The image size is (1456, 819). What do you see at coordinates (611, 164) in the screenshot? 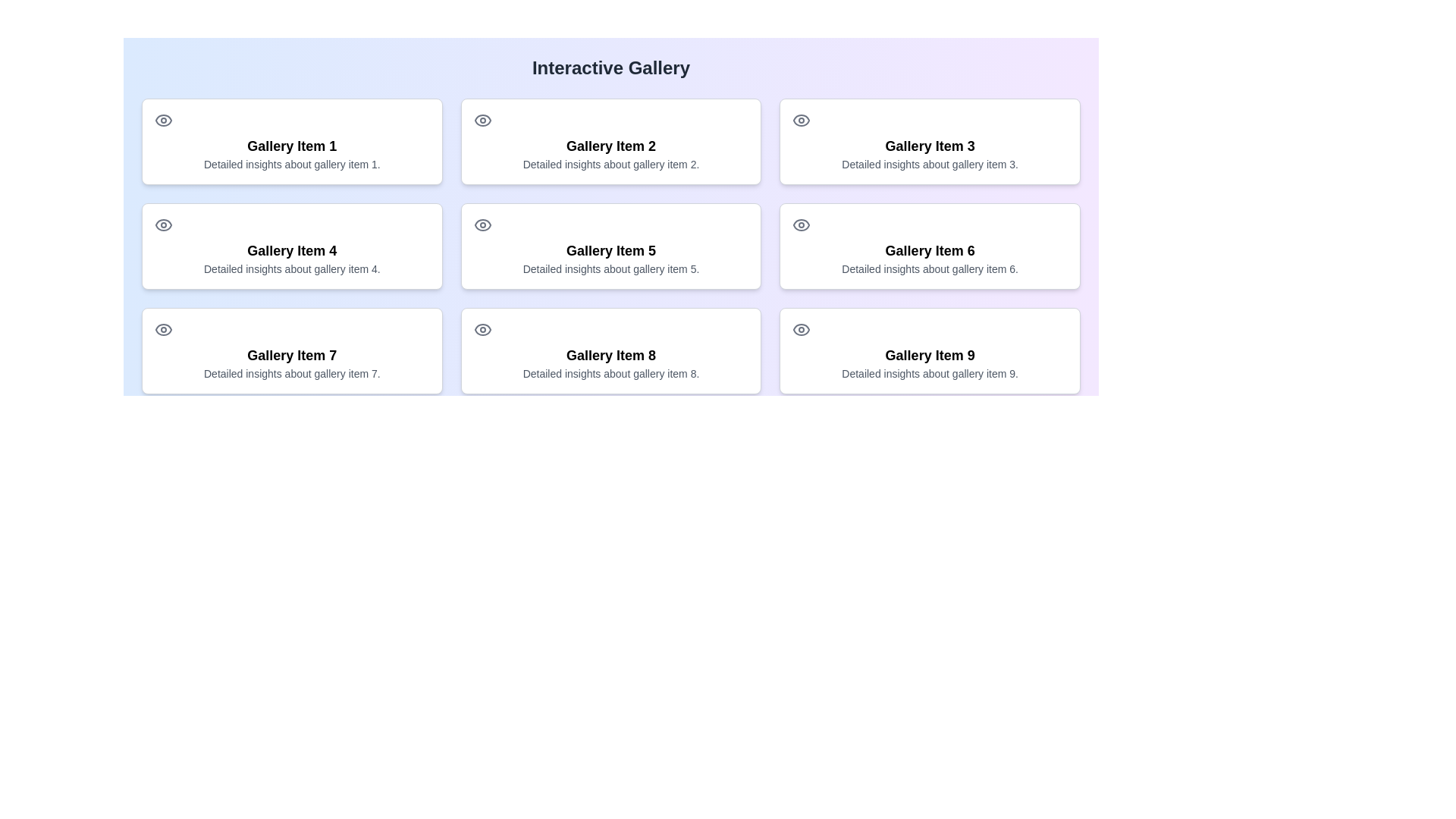
I see `nearby elements within the bordered, rounded card that contains the text 'Detailed insights about gallery item 2.'` at bounding box center [611, 164].